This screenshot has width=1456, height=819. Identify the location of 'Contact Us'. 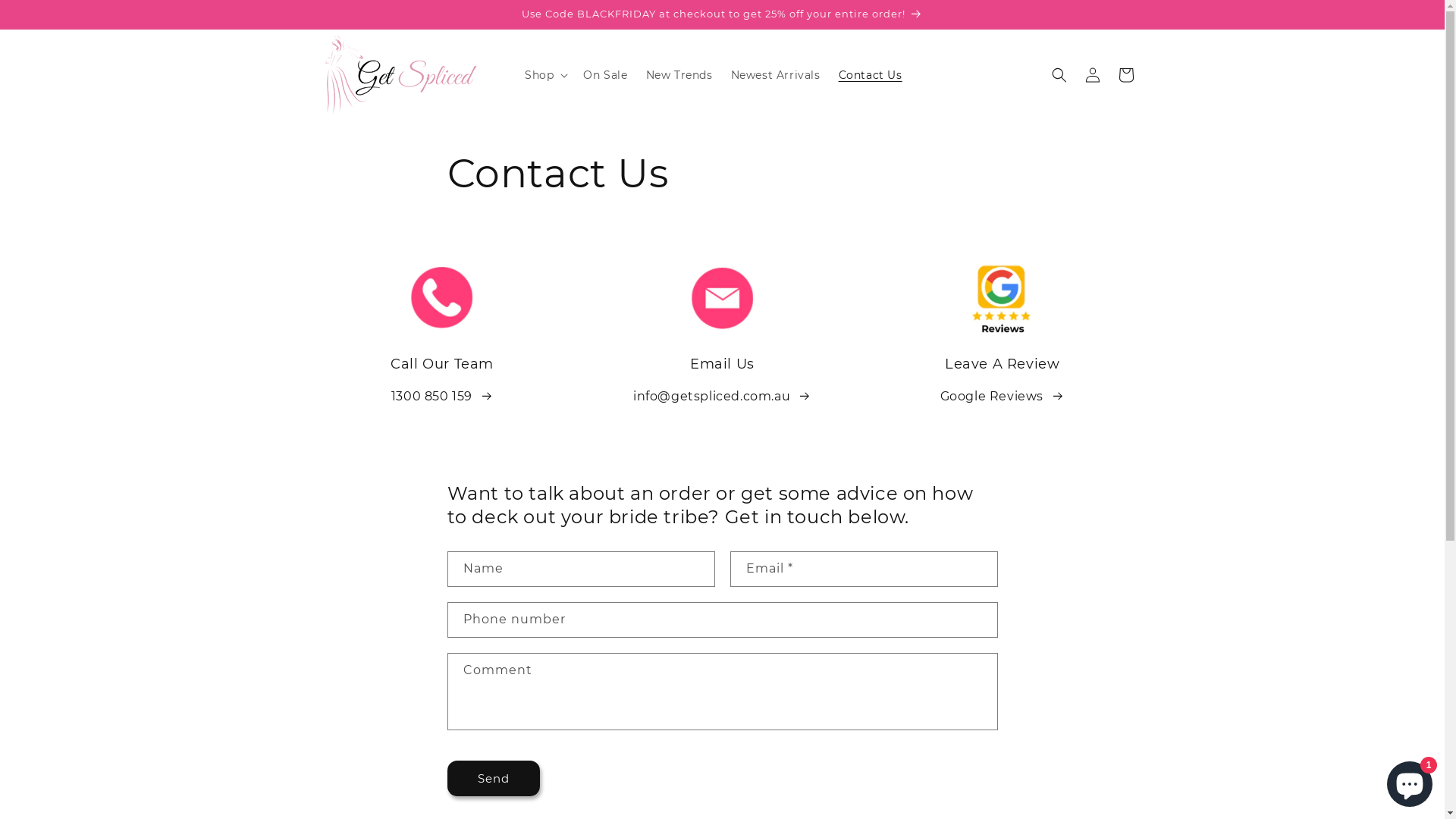
(870, 75).